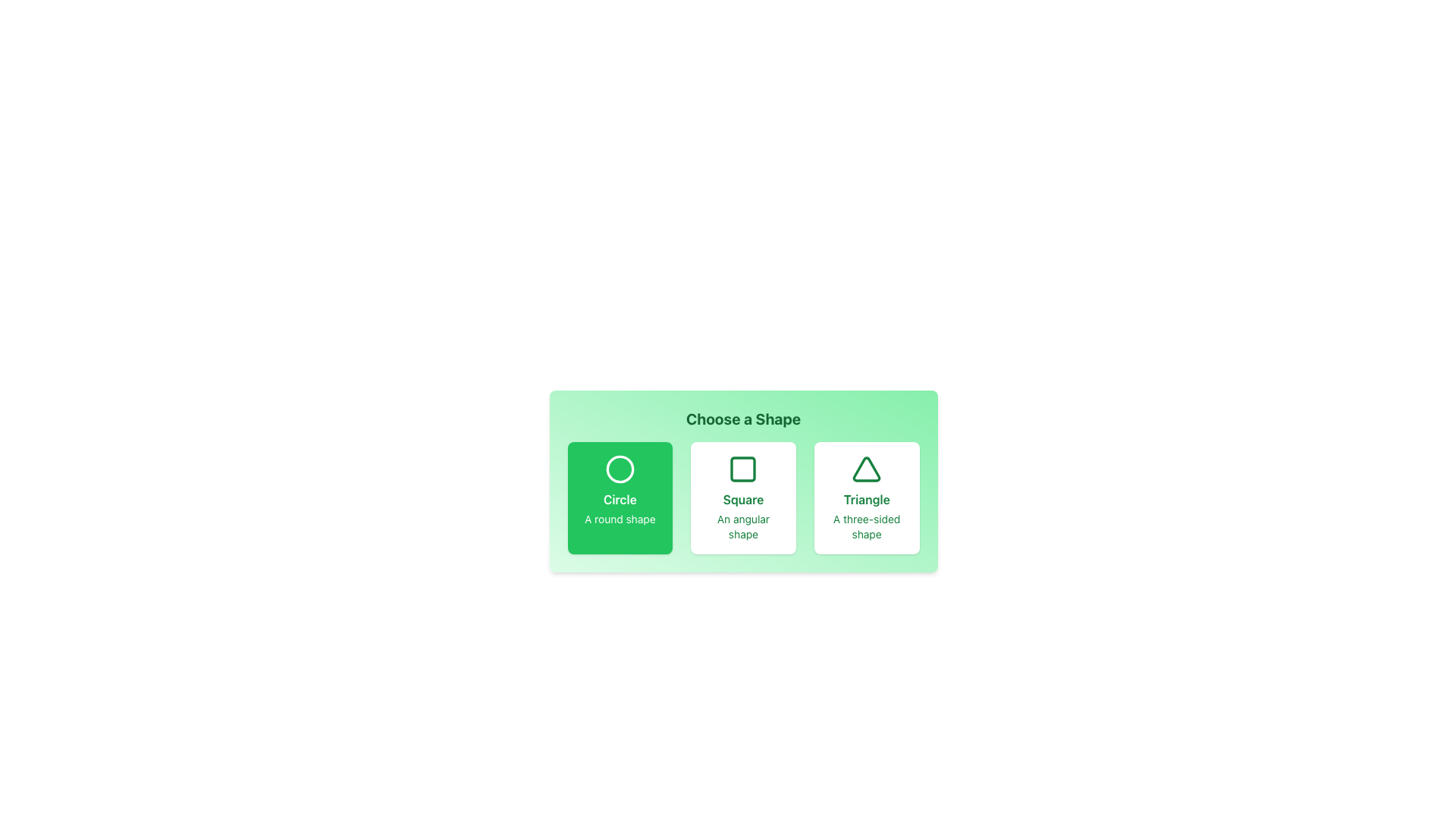 The width and height of the screenshot is (1456, 819). Describe the element at coordinates (620, 519) in the screenshot. I see `the text label that says 'A round shape', which is located beneath the text 'Circle' in the leftmost green card of the 'Choose a Shape' selection menu` at that location.